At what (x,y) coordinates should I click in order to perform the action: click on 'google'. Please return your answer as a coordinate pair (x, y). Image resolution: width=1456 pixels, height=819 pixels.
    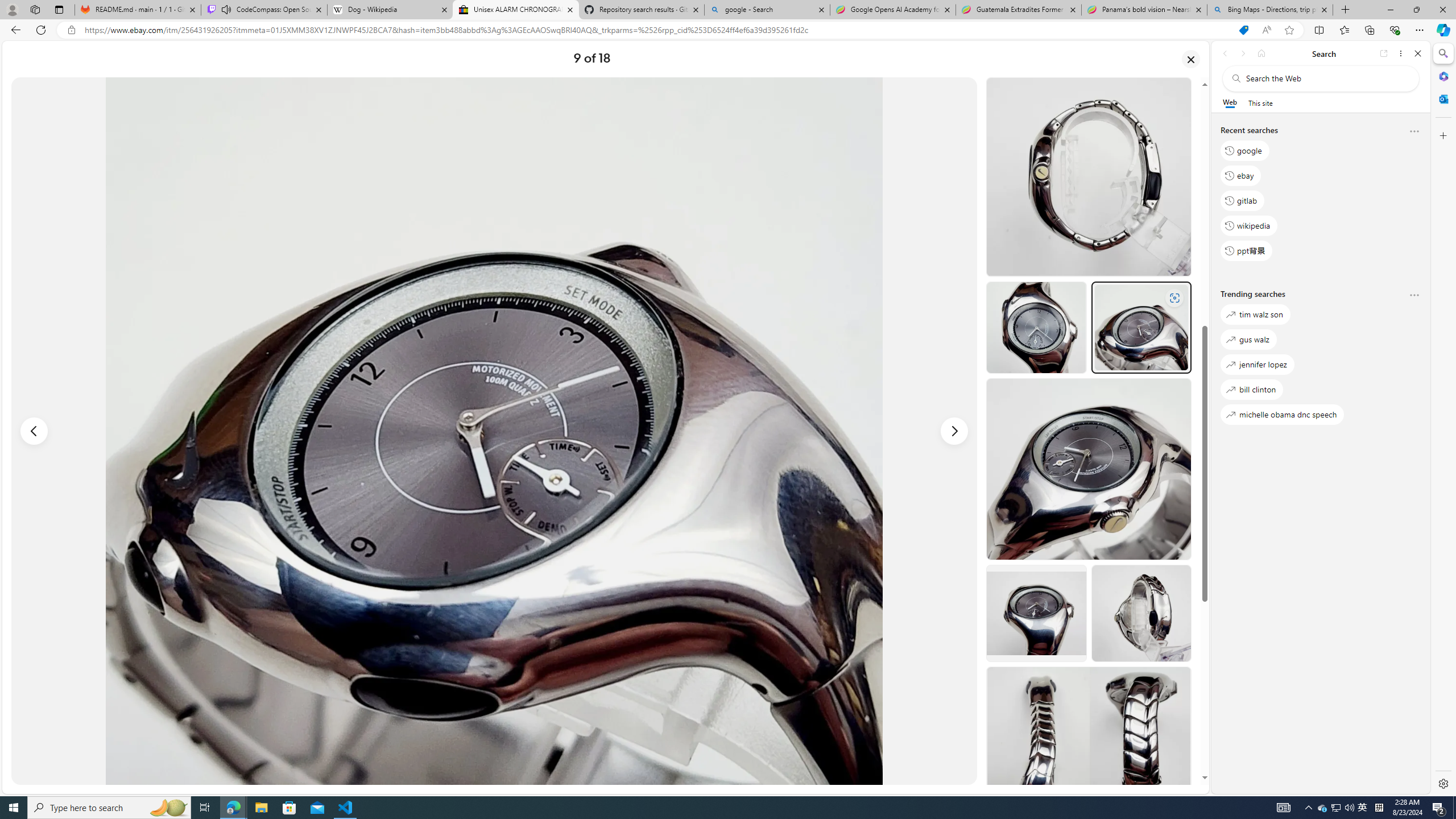
    Looking at the image, I should click on (1244, 150).